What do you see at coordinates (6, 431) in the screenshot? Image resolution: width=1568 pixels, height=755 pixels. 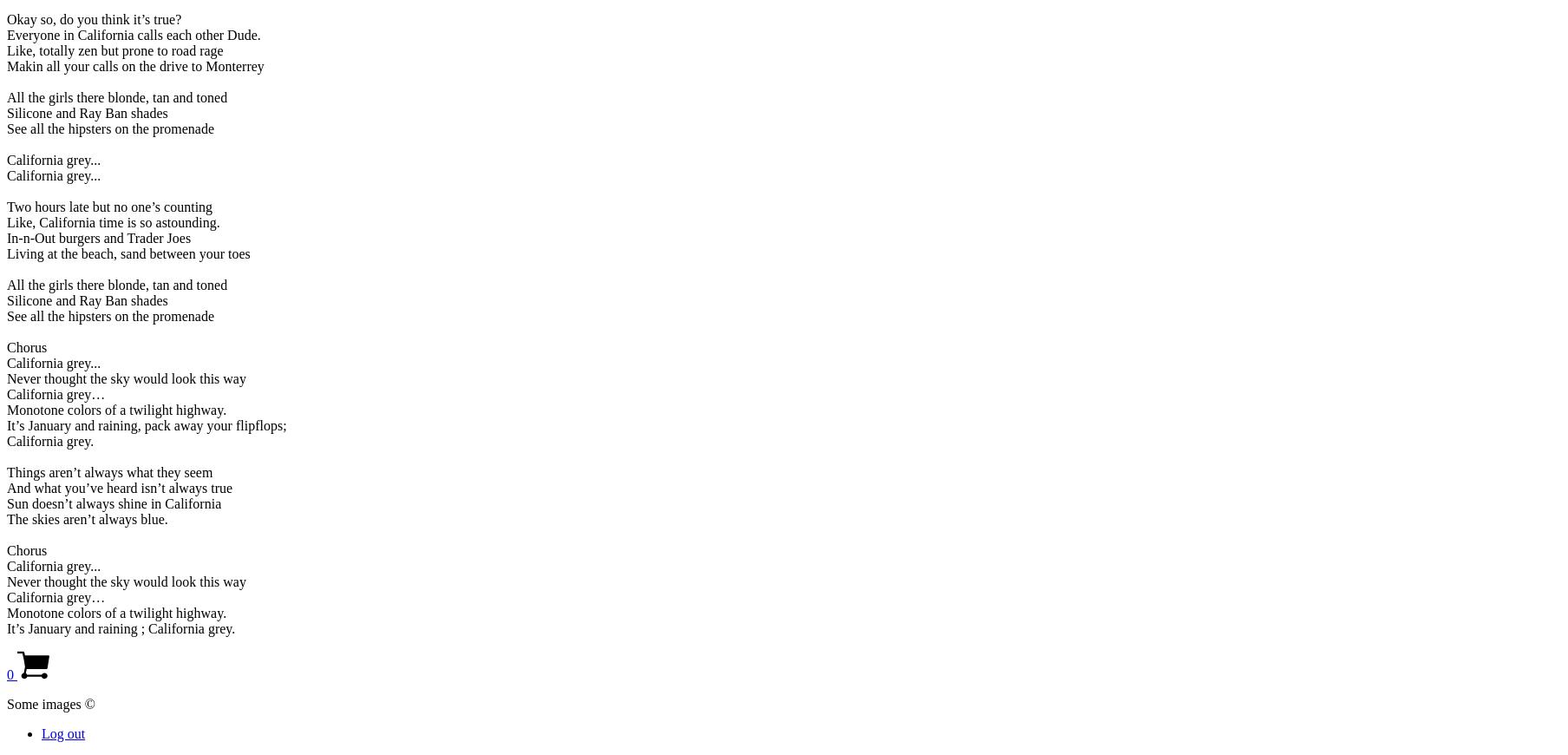 I see `'It’s January and raining, pack away your flipflops; California grey.'` at bounding box center [6, 431].